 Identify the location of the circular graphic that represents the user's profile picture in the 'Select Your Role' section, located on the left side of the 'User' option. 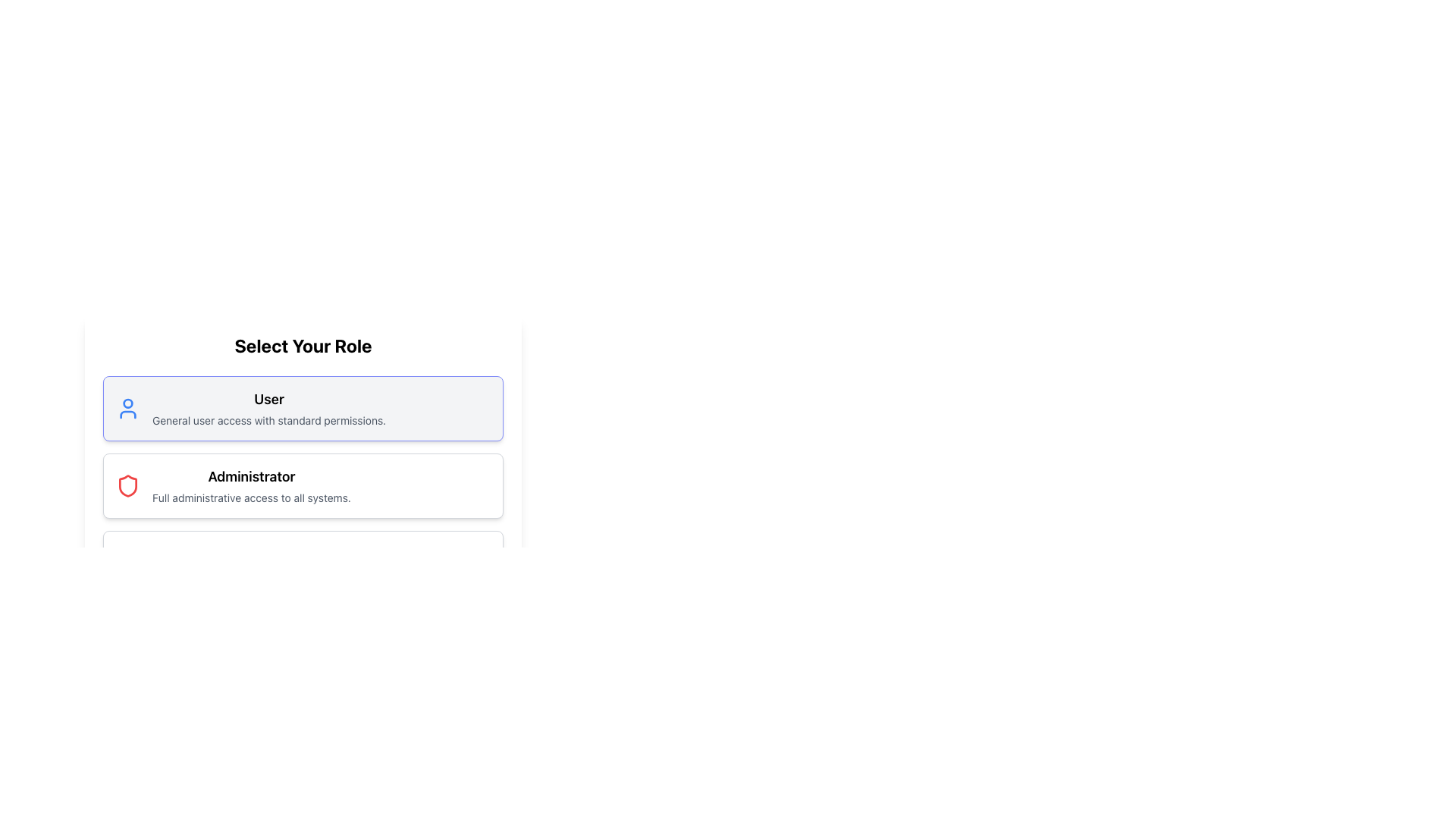
(127, 403).